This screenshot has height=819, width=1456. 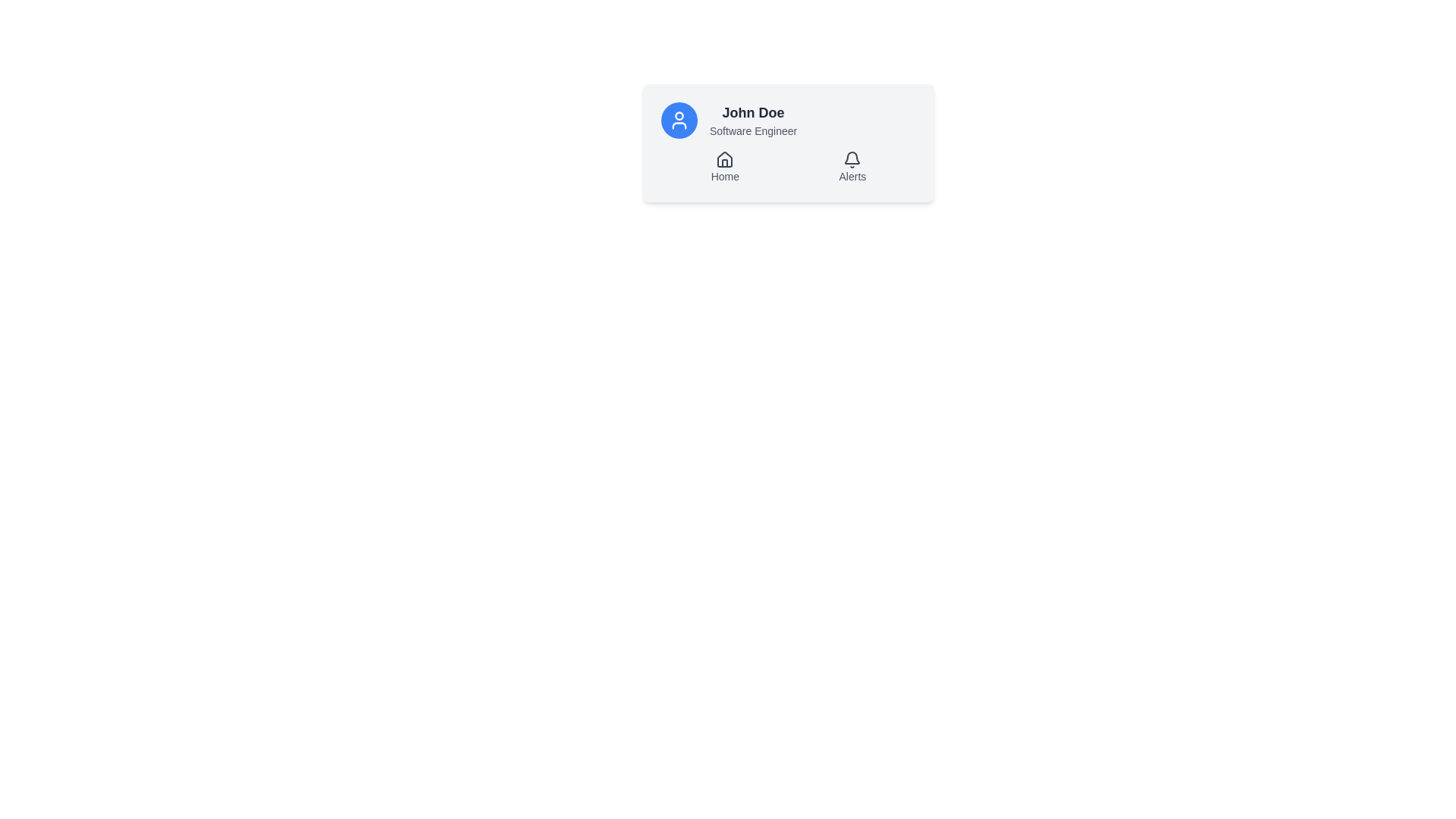 What do you see at coordinates (852, 158) in the screenshot?
I see `the bell icon in the 'Alerts' section` at bounding box center [852, 158].